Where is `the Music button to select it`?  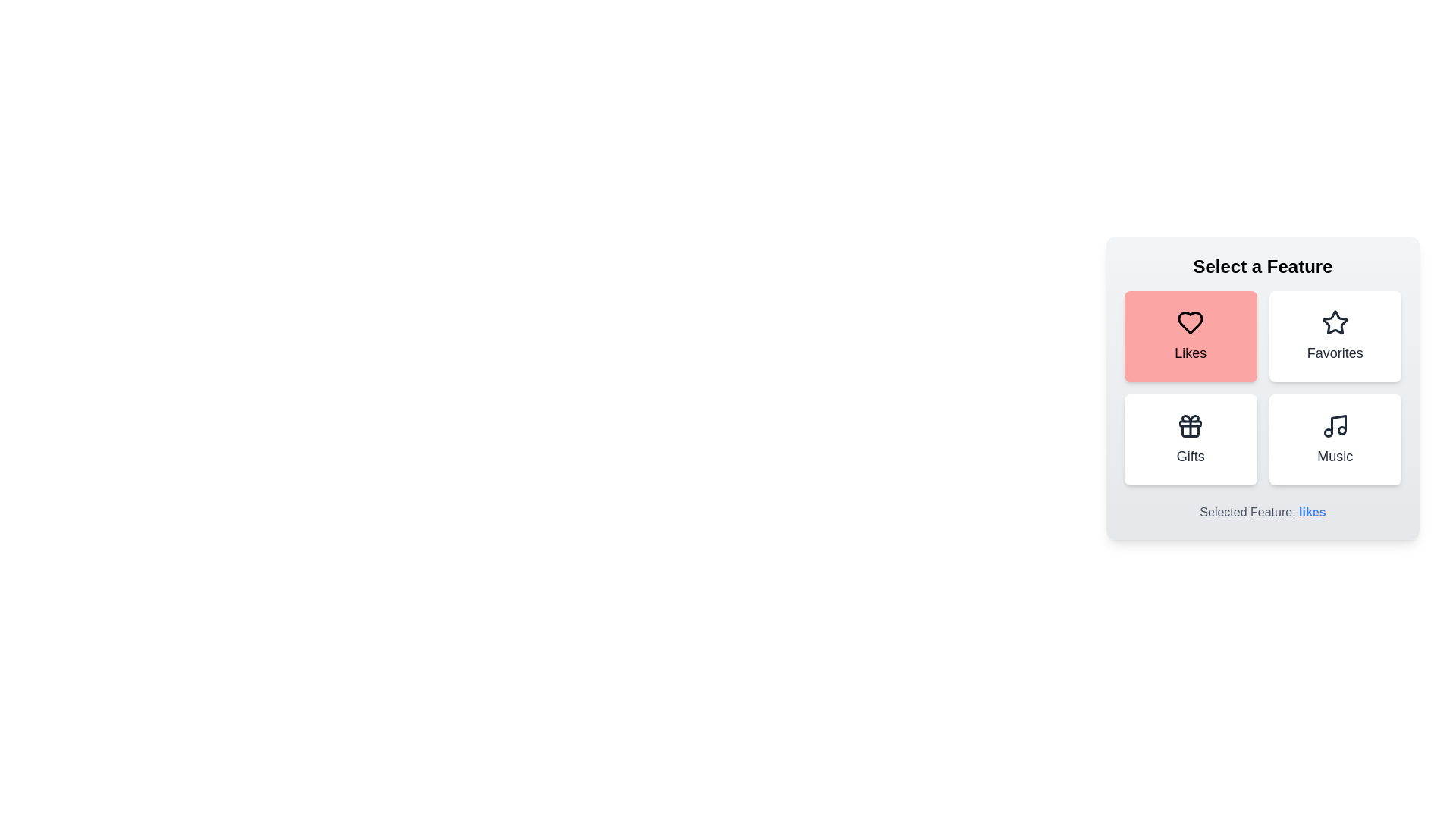 the Music button to select it is located at coordinates (1335, 439).